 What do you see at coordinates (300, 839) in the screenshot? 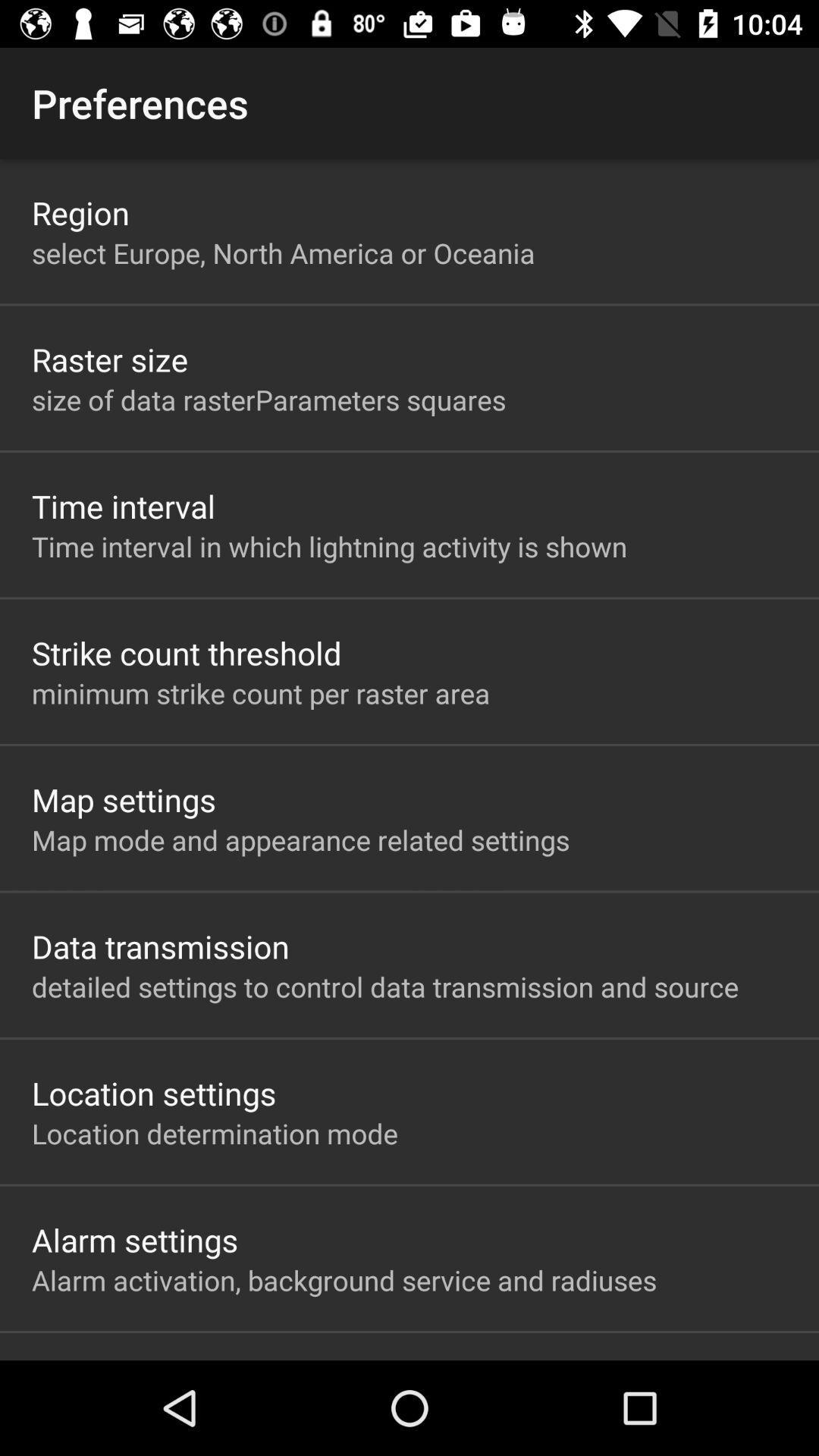
I see `map mode and app` at bounding box center [300, 839].